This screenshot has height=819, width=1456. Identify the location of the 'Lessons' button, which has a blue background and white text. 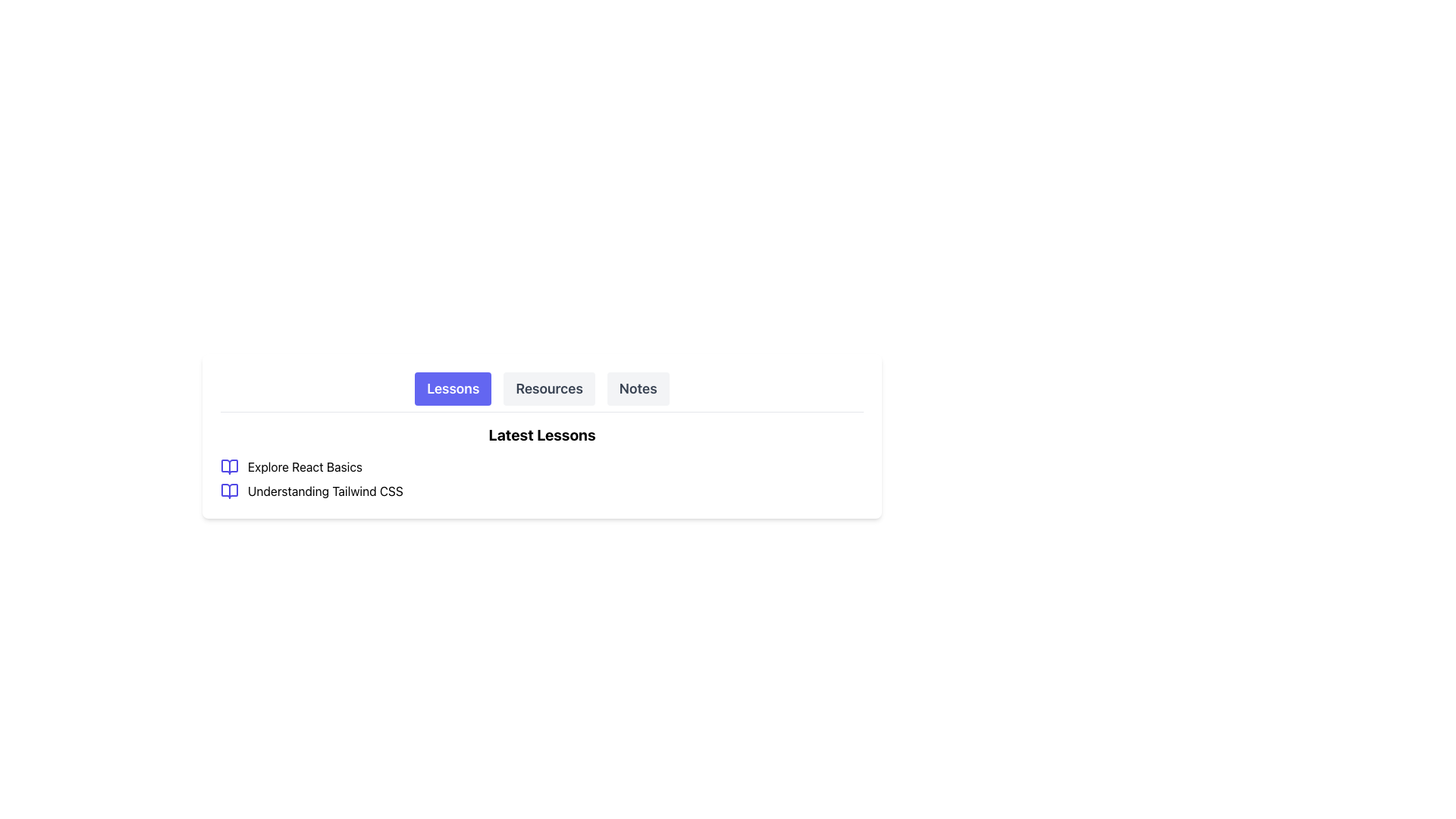
(452, 388).